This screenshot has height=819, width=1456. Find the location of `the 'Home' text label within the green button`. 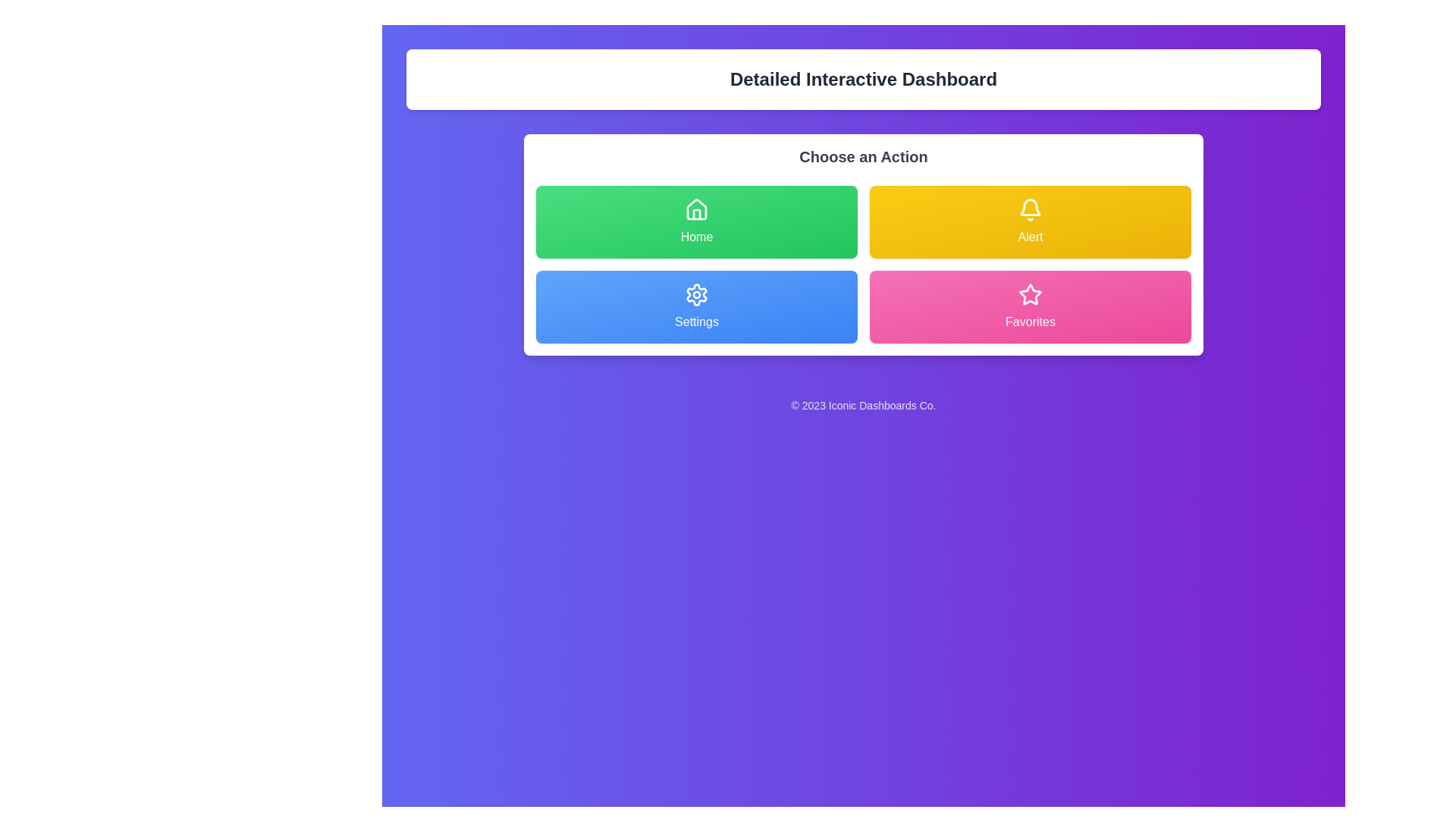

the 'Home' text label within the green button is located at coordinates (695, 237).